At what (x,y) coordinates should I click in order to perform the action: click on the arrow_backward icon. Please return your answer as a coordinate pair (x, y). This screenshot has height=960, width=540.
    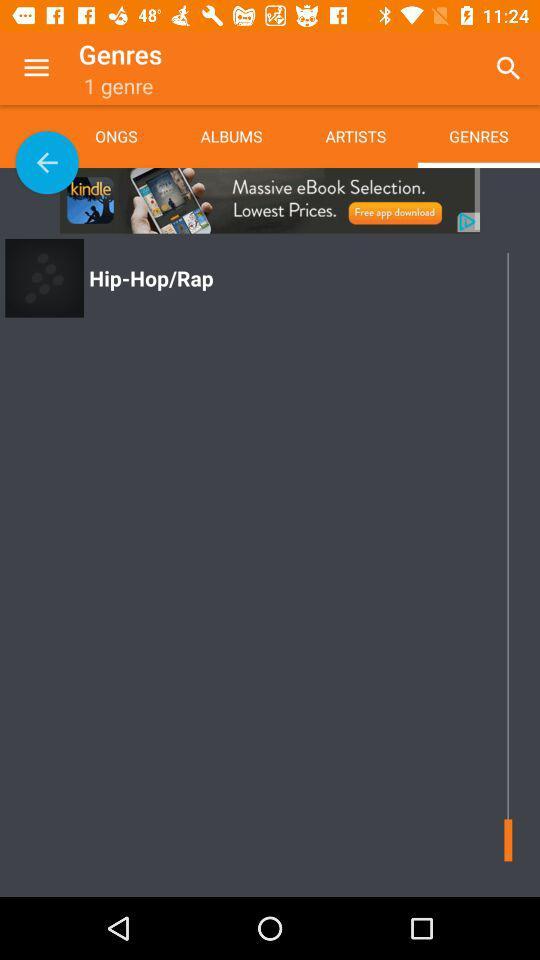
    Looking at the image, I should click on (47, 161).